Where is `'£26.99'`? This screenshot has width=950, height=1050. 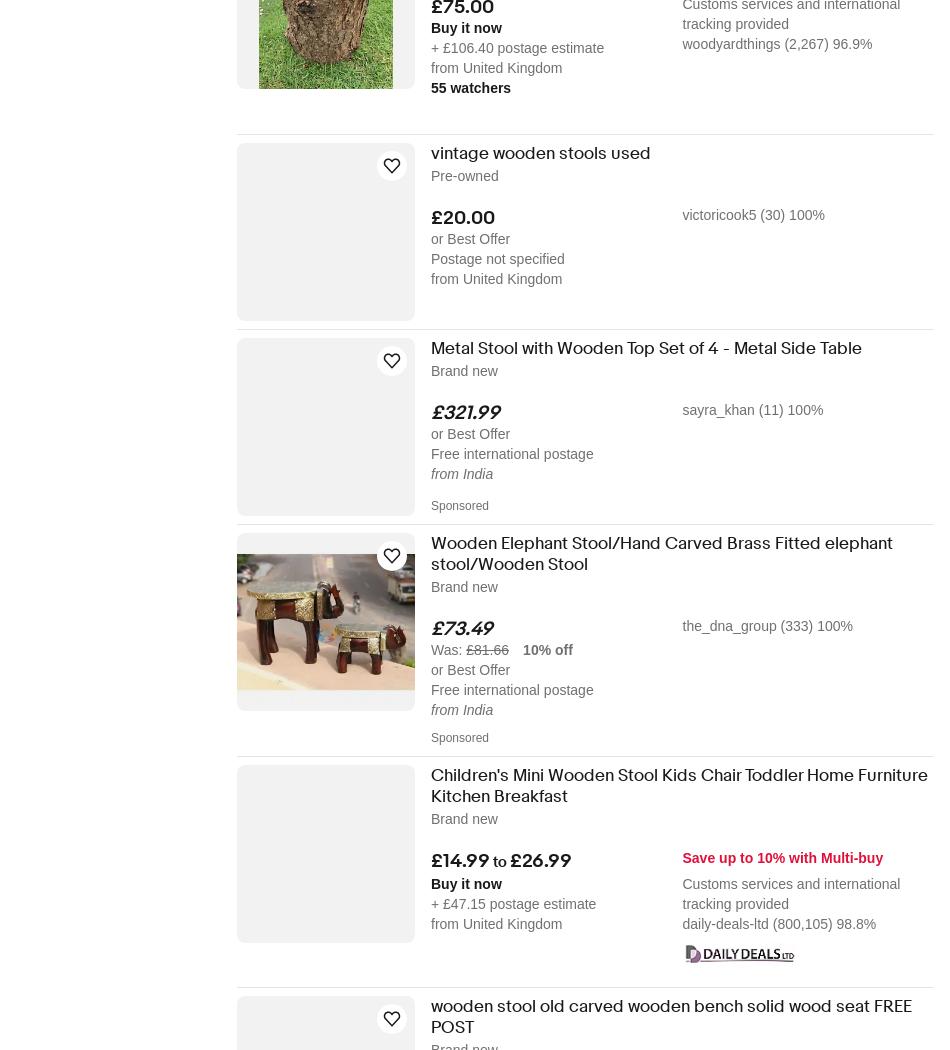 '£26.99' is located at coordinates (541, 861).